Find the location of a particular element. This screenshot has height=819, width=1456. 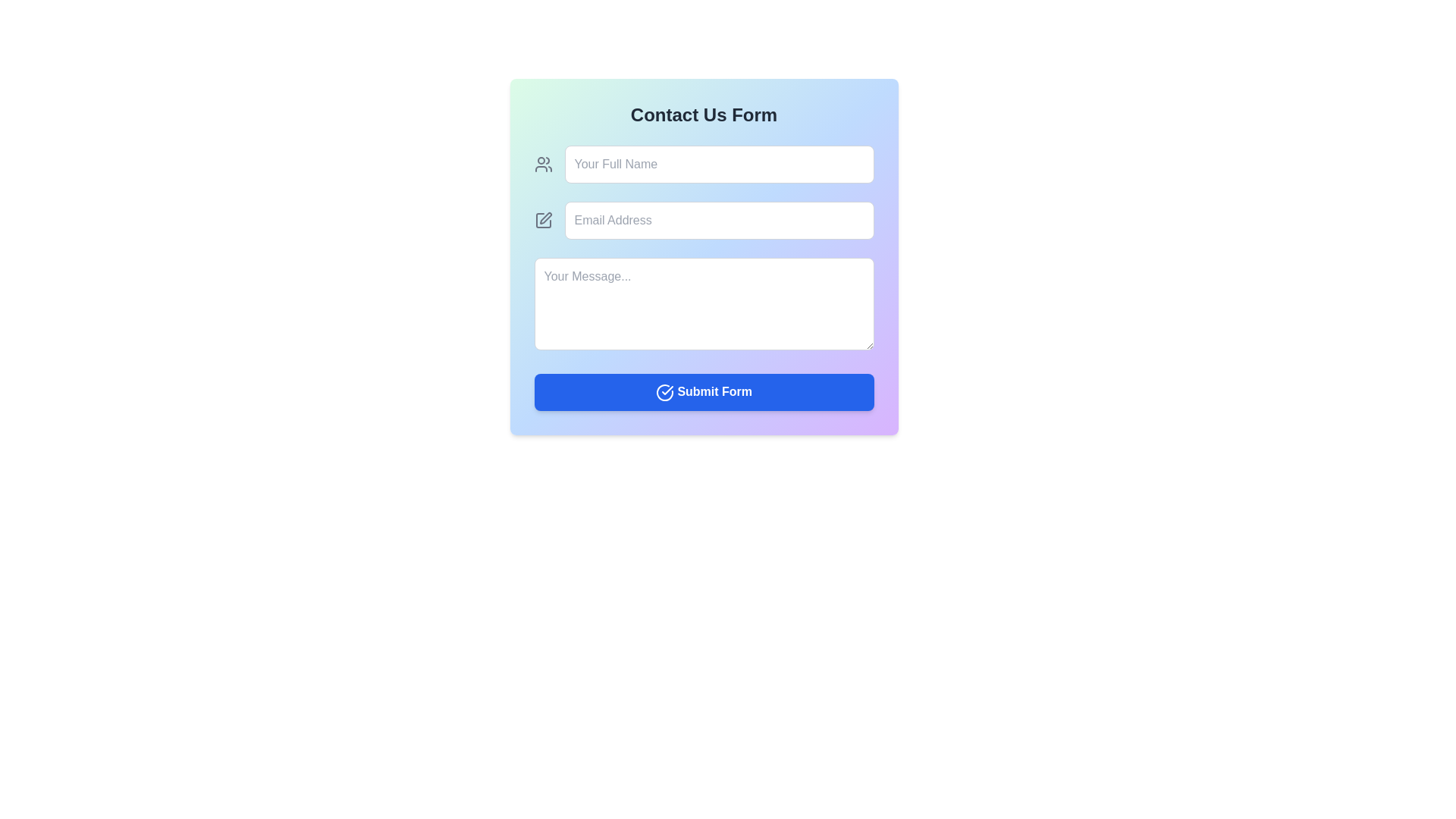

the user group icon, which is a gray graphical icon resembling two users, located to the left of the input field titled 'Your Full Name' is located at coordinates (543, 164).